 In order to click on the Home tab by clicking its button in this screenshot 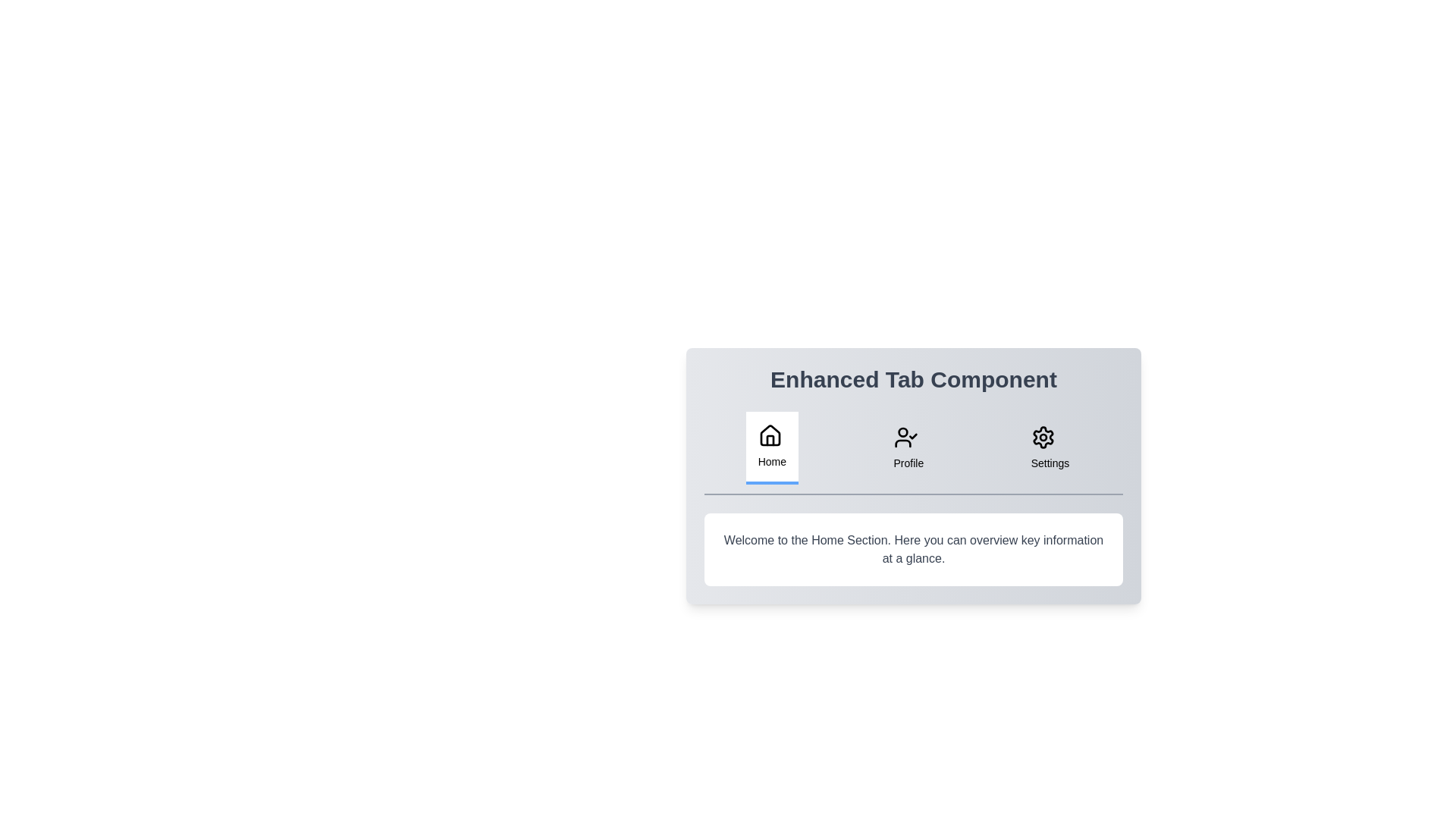, I will do `click(772, 447)`.